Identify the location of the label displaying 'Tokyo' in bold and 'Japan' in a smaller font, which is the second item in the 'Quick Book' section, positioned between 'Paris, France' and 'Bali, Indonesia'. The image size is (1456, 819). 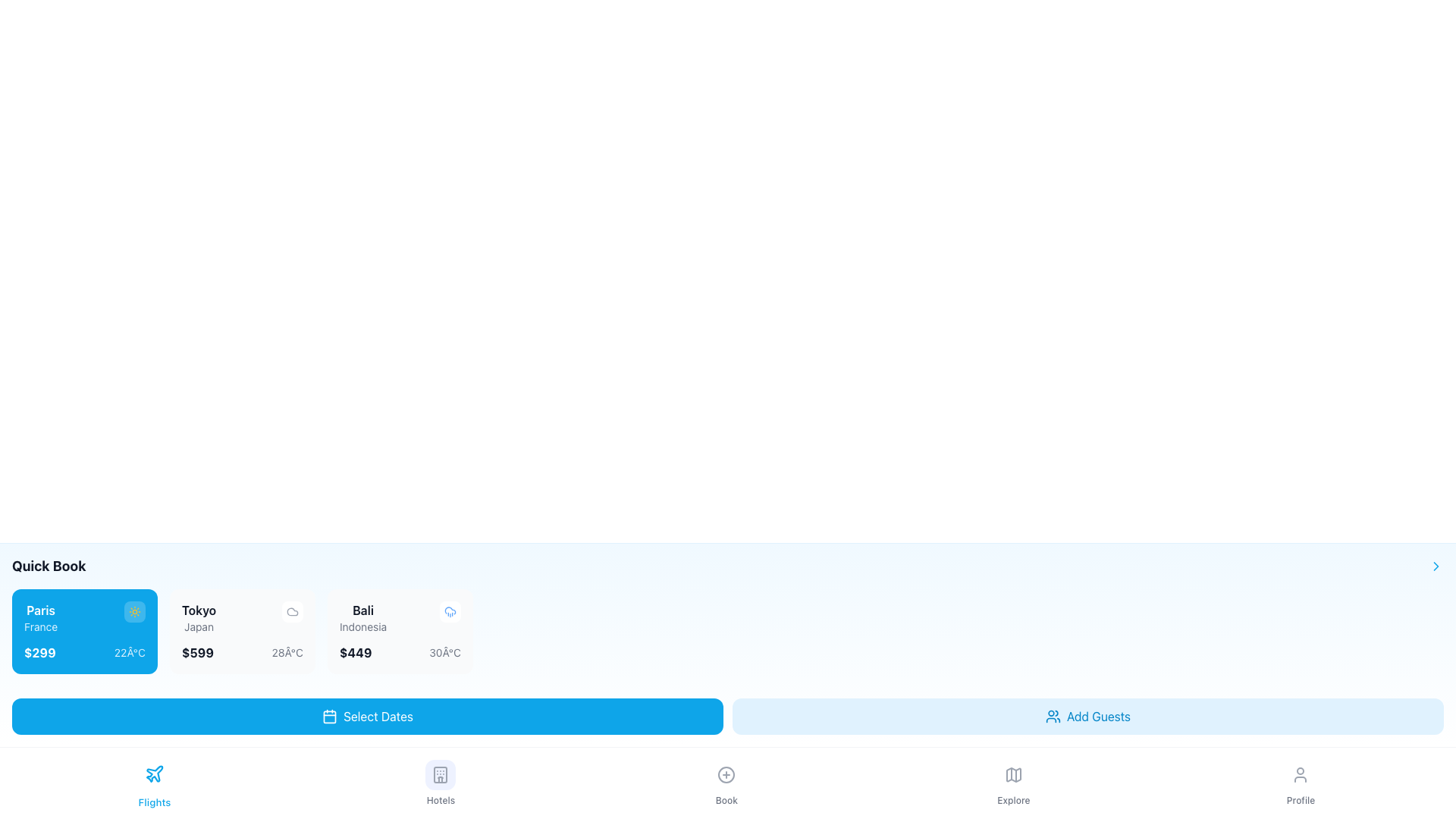
(198, 617).